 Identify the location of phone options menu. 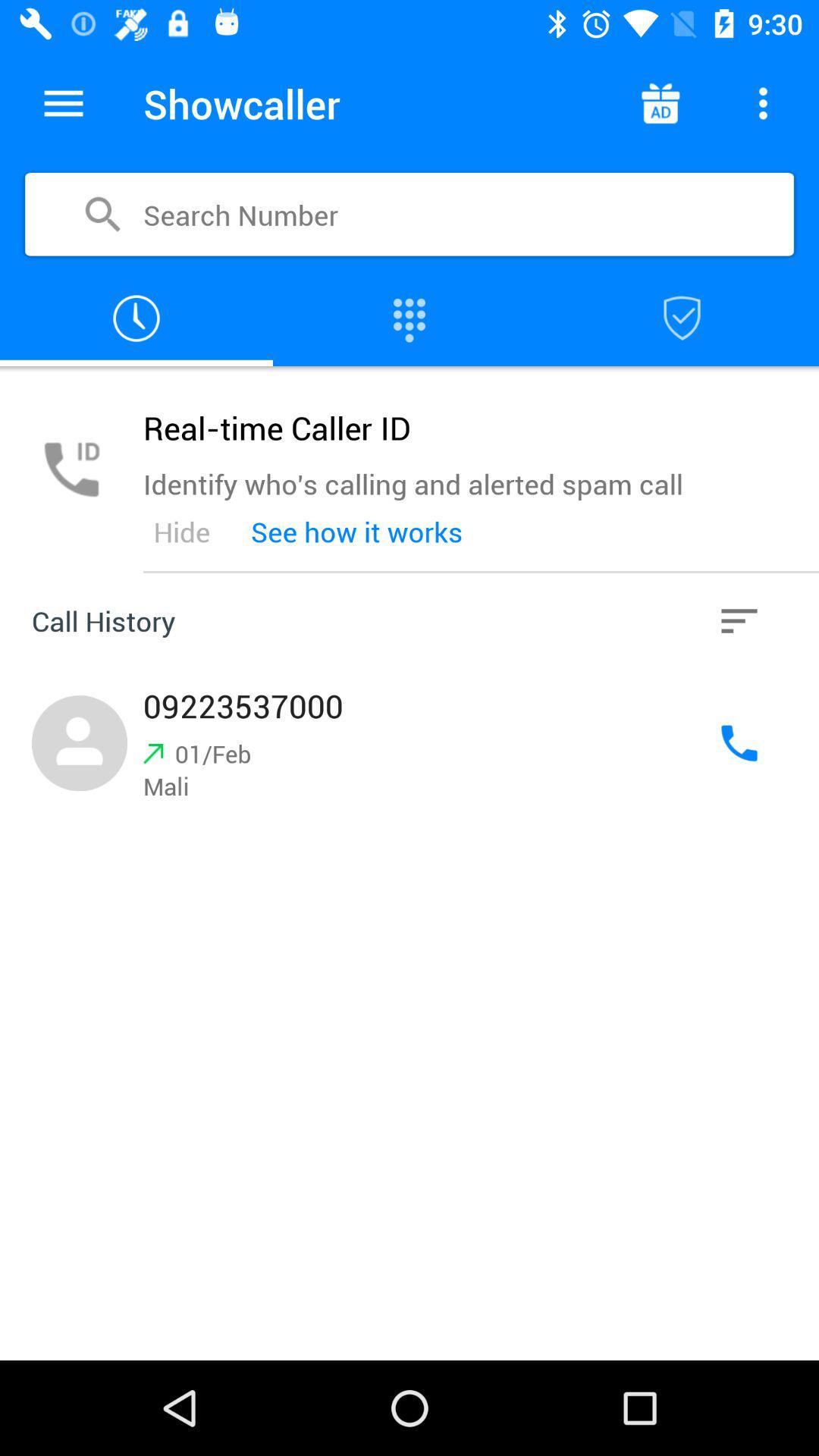
(763, 102).